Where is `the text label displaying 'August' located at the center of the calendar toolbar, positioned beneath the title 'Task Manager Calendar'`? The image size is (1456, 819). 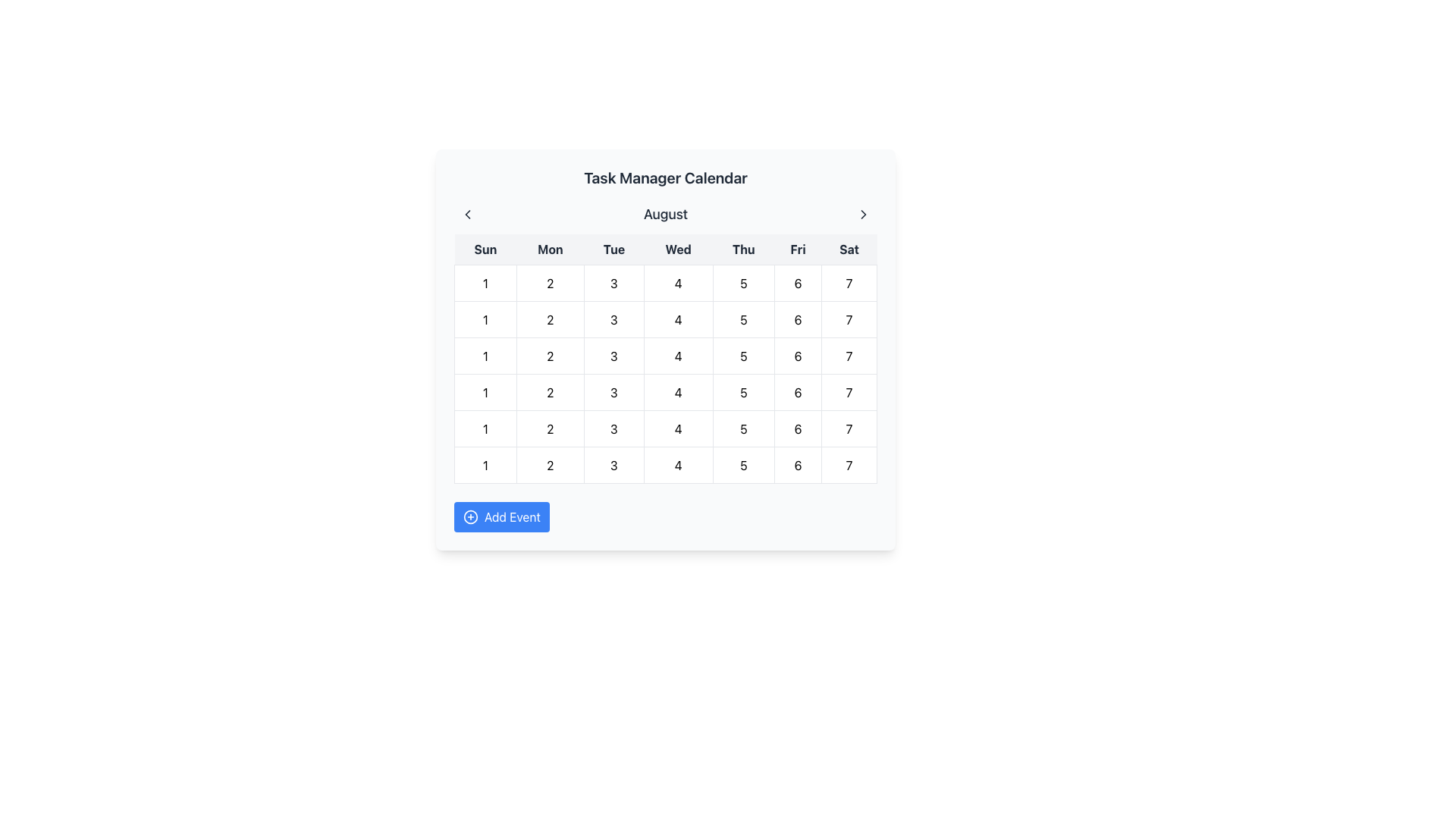 the text label displaying 'August' located at the center of the calendar toolbar, positioned beneath the title 'Task Manager Calendar' is located at coordinates (666, 214).